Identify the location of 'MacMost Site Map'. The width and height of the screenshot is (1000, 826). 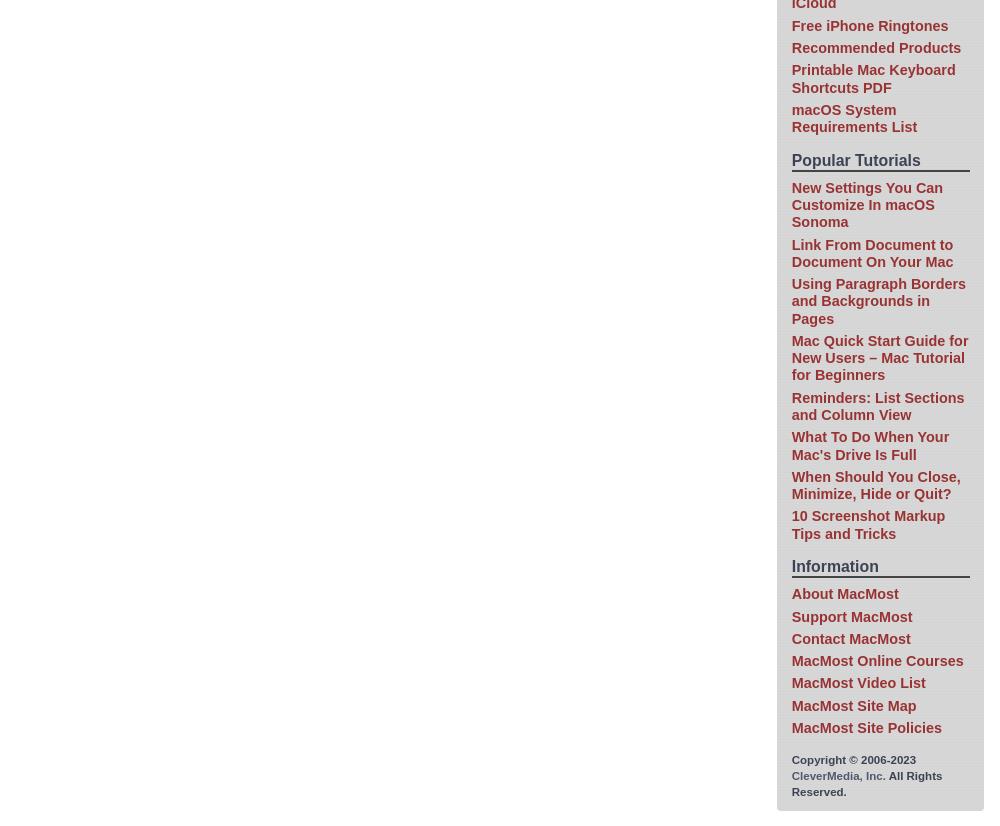
(791, 703).